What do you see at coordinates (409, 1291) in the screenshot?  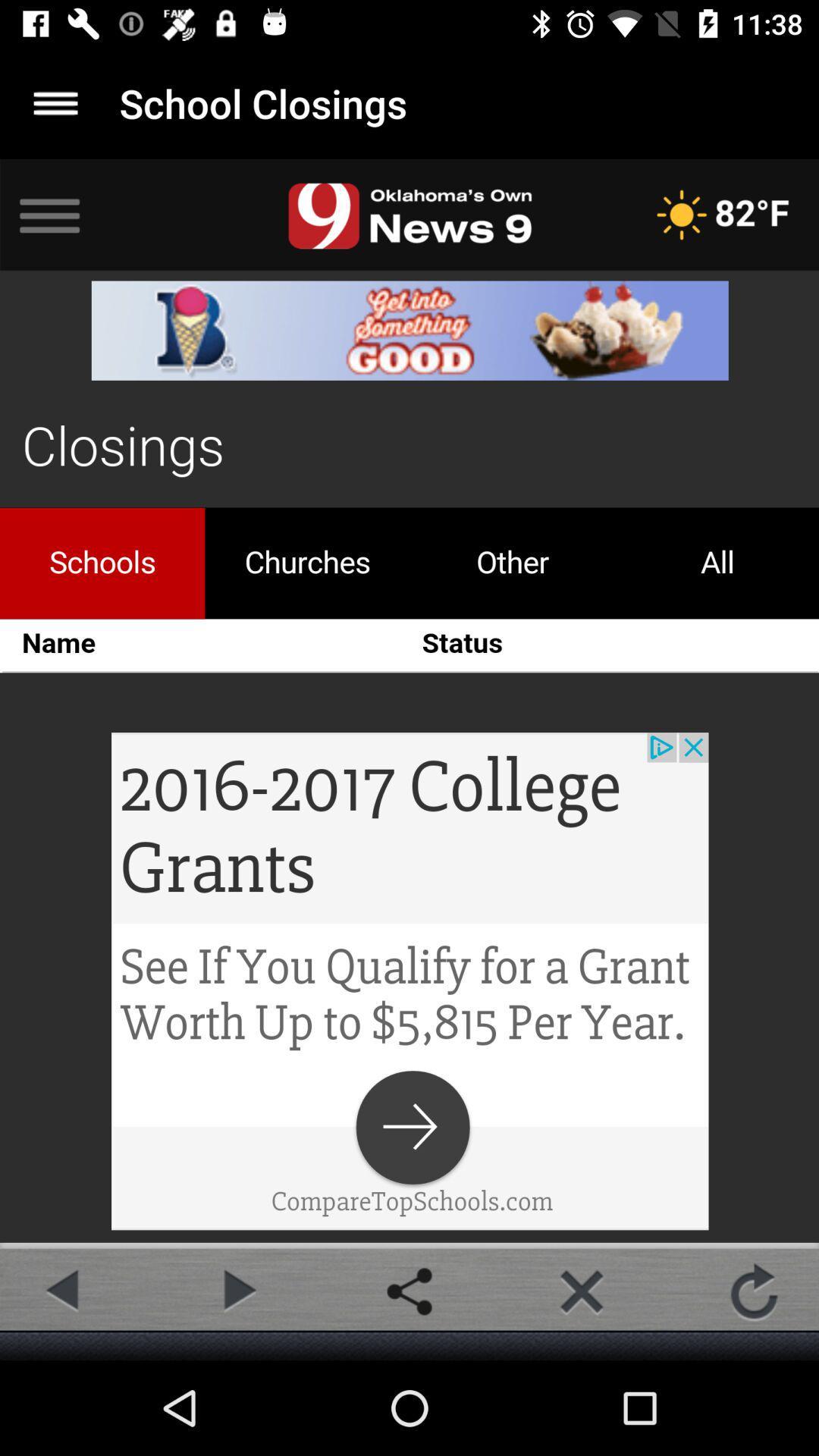 I see `share school closings` at bounding box center [409, 1291].